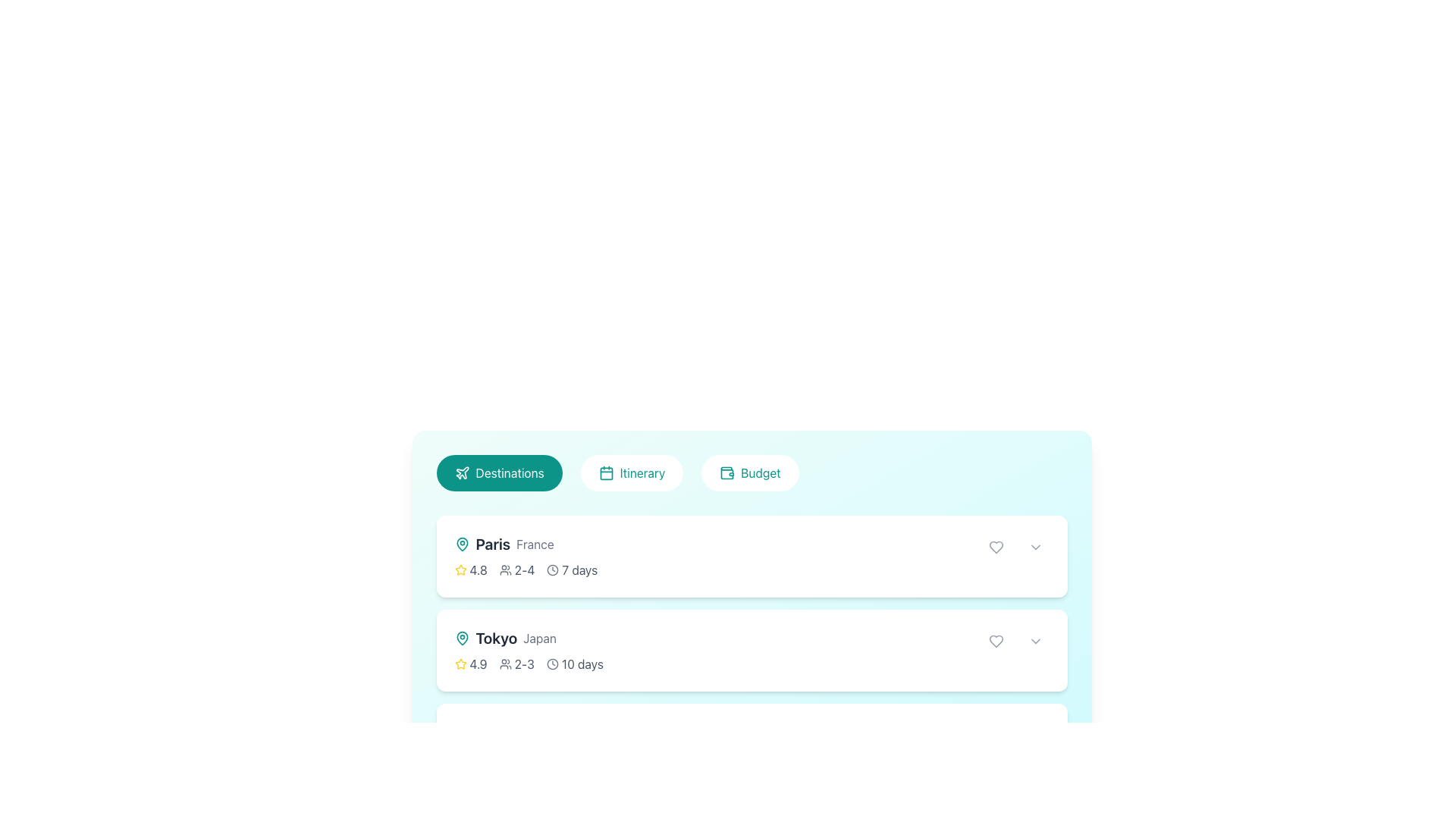 This screenshot has width=1456, height=819. I want to click on the Dropdown Toggle Icon located at the right edge of the second list entry, so click(1034, 547).